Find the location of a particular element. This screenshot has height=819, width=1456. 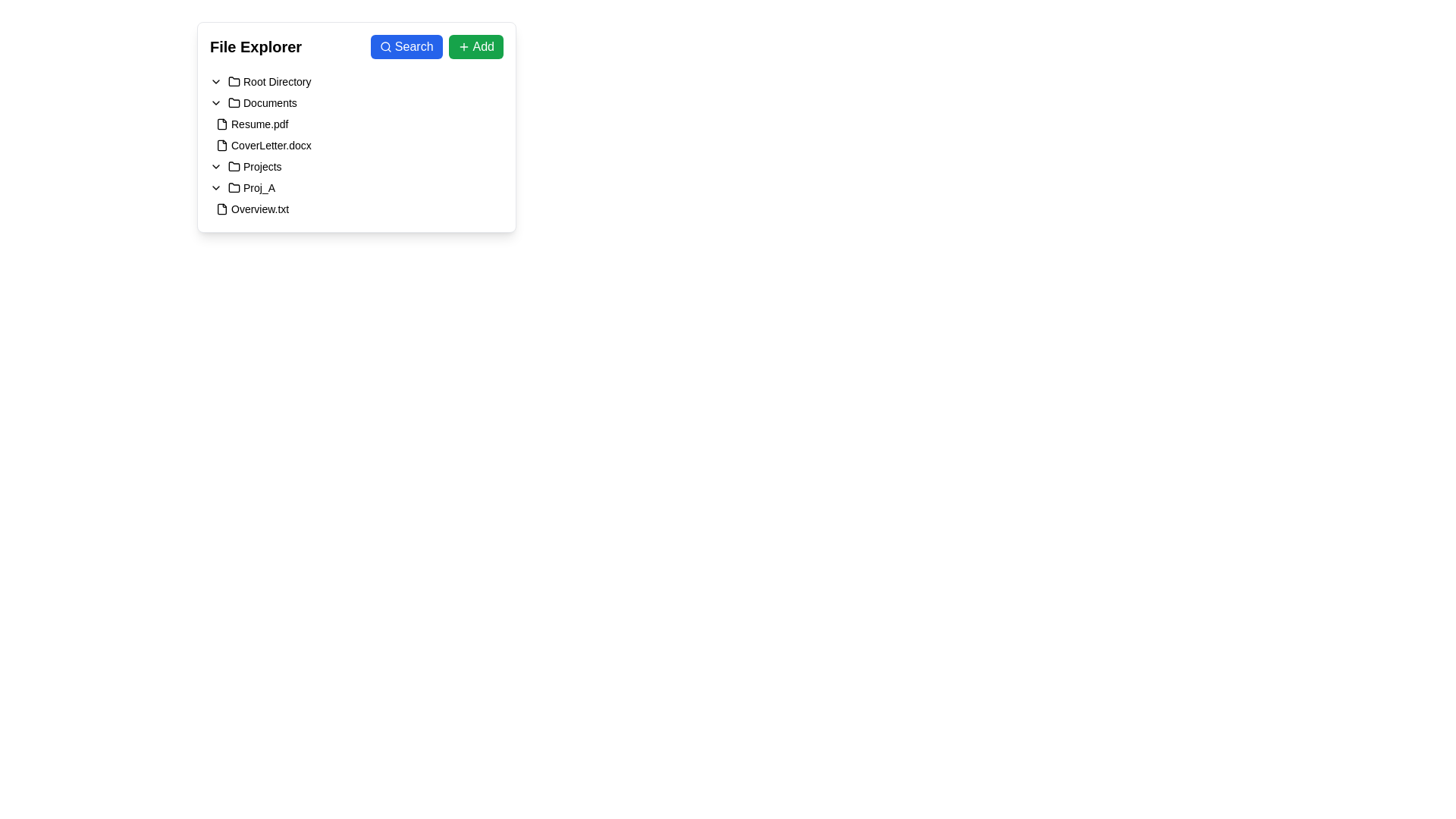

the document file icon that represents 'CoverLetter.docx' is located at coordinates (221, 146).